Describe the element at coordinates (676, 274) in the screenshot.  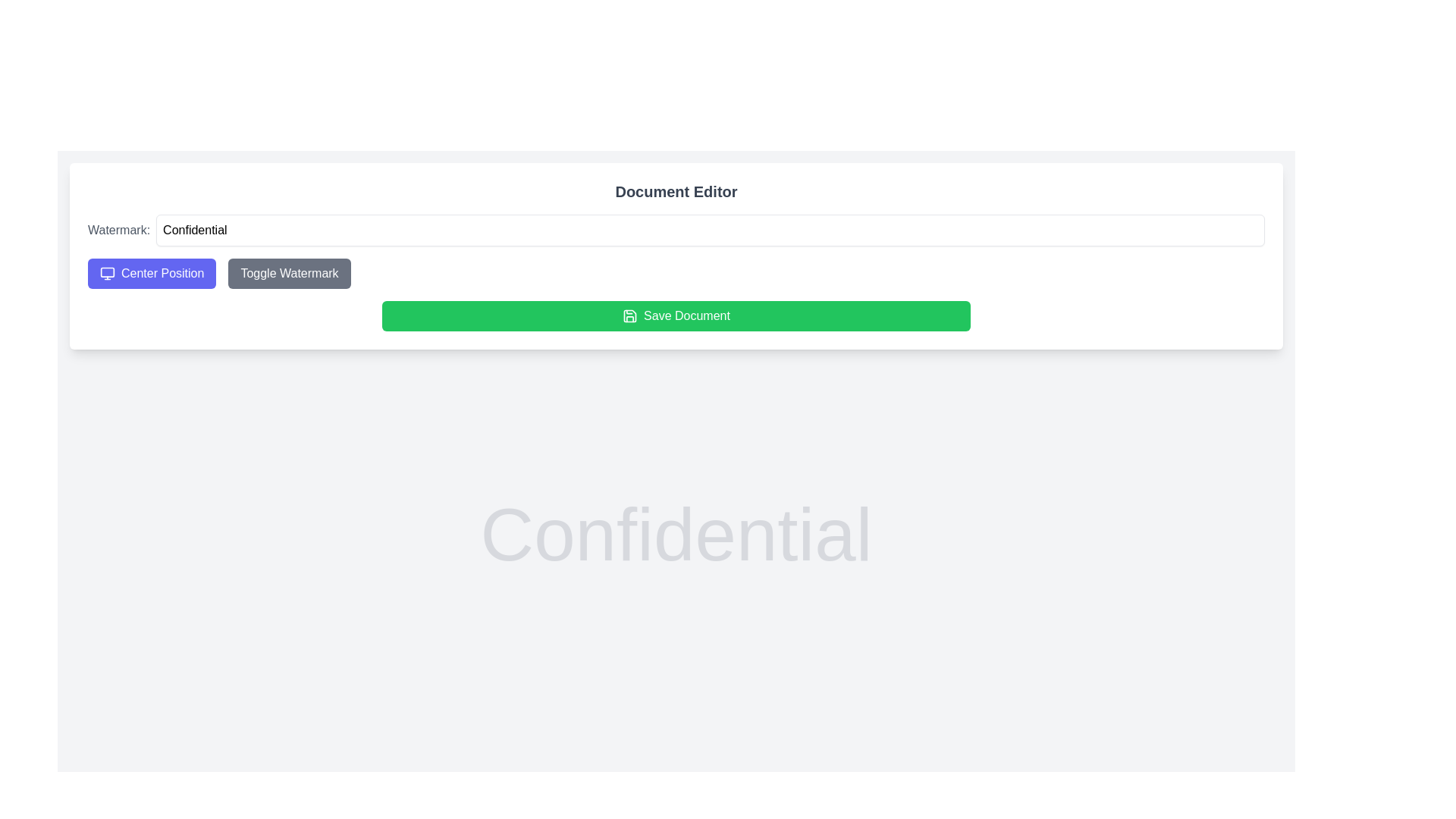
I see `the Toolbar containing 'Center Position' and 'Toggle Watermark' buttons` at that location.